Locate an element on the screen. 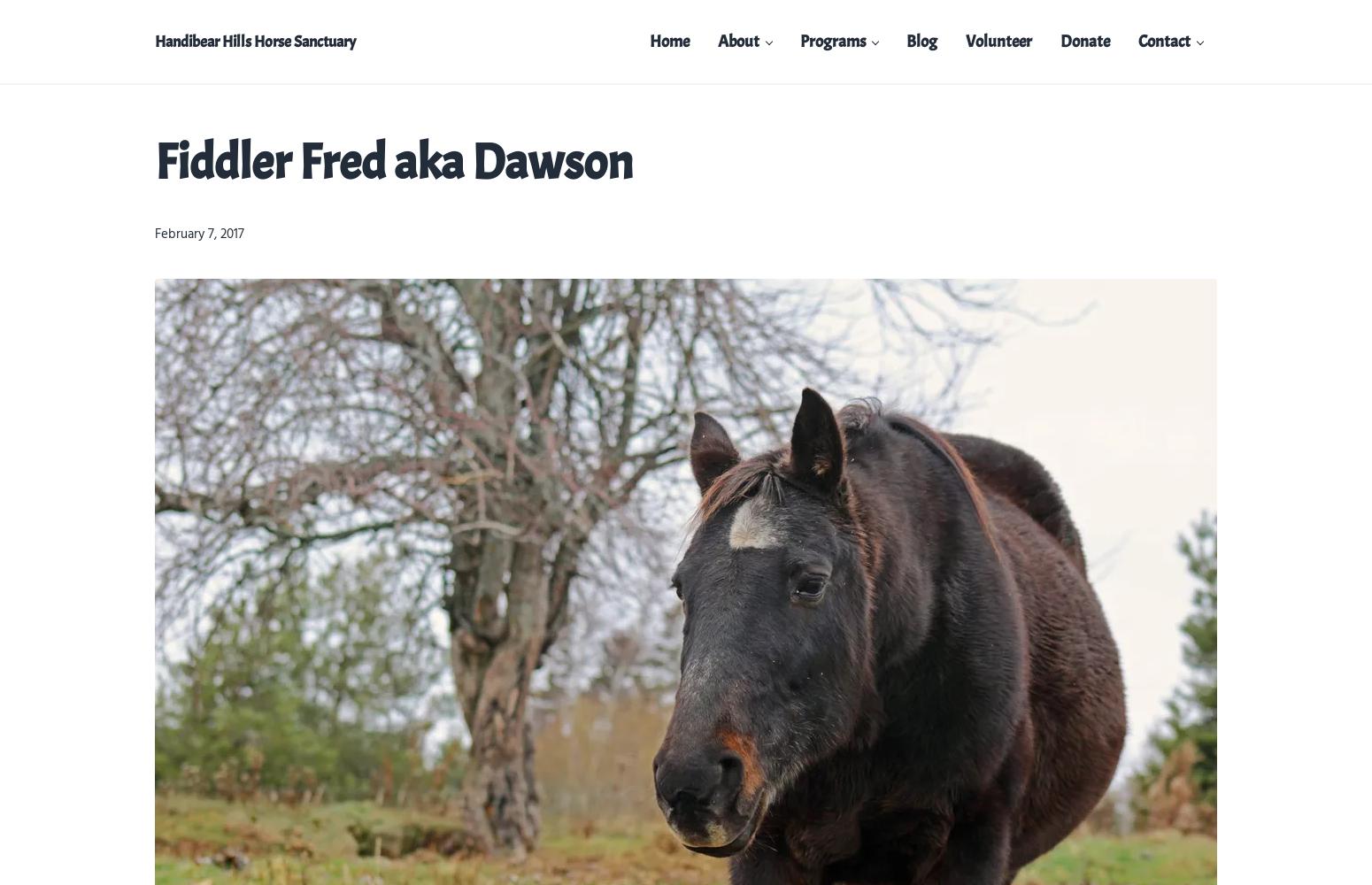 The width and height of the screenshot is (1372, 885). 'Blog' is located at coordinates (921, 41).